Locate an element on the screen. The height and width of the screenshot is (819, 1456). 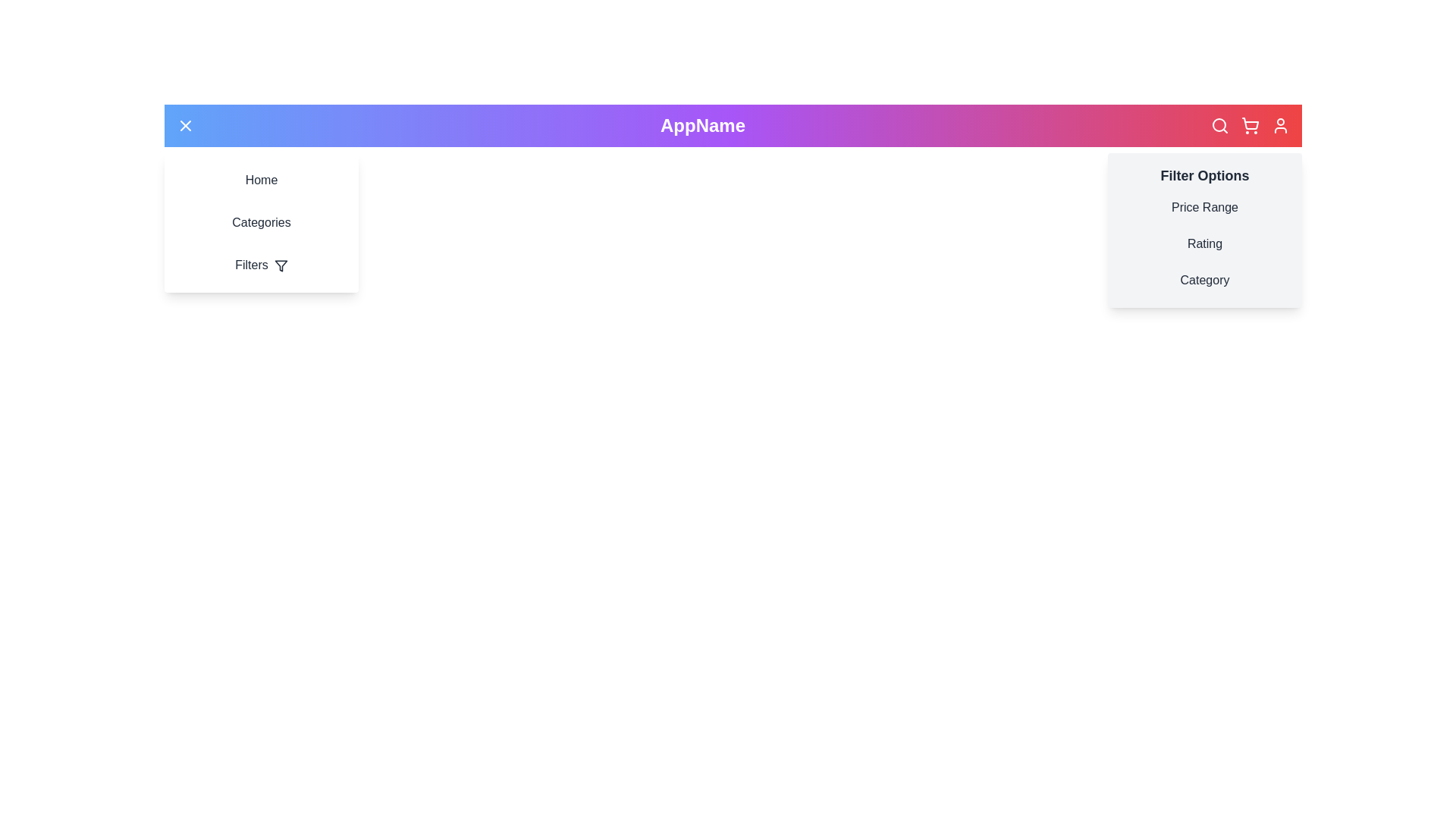
the 'Rating' text label which is the second item in the 'Filter Options' list, positioned between 'Price Range' and 'Category' is located at coordinates (1203, 243).